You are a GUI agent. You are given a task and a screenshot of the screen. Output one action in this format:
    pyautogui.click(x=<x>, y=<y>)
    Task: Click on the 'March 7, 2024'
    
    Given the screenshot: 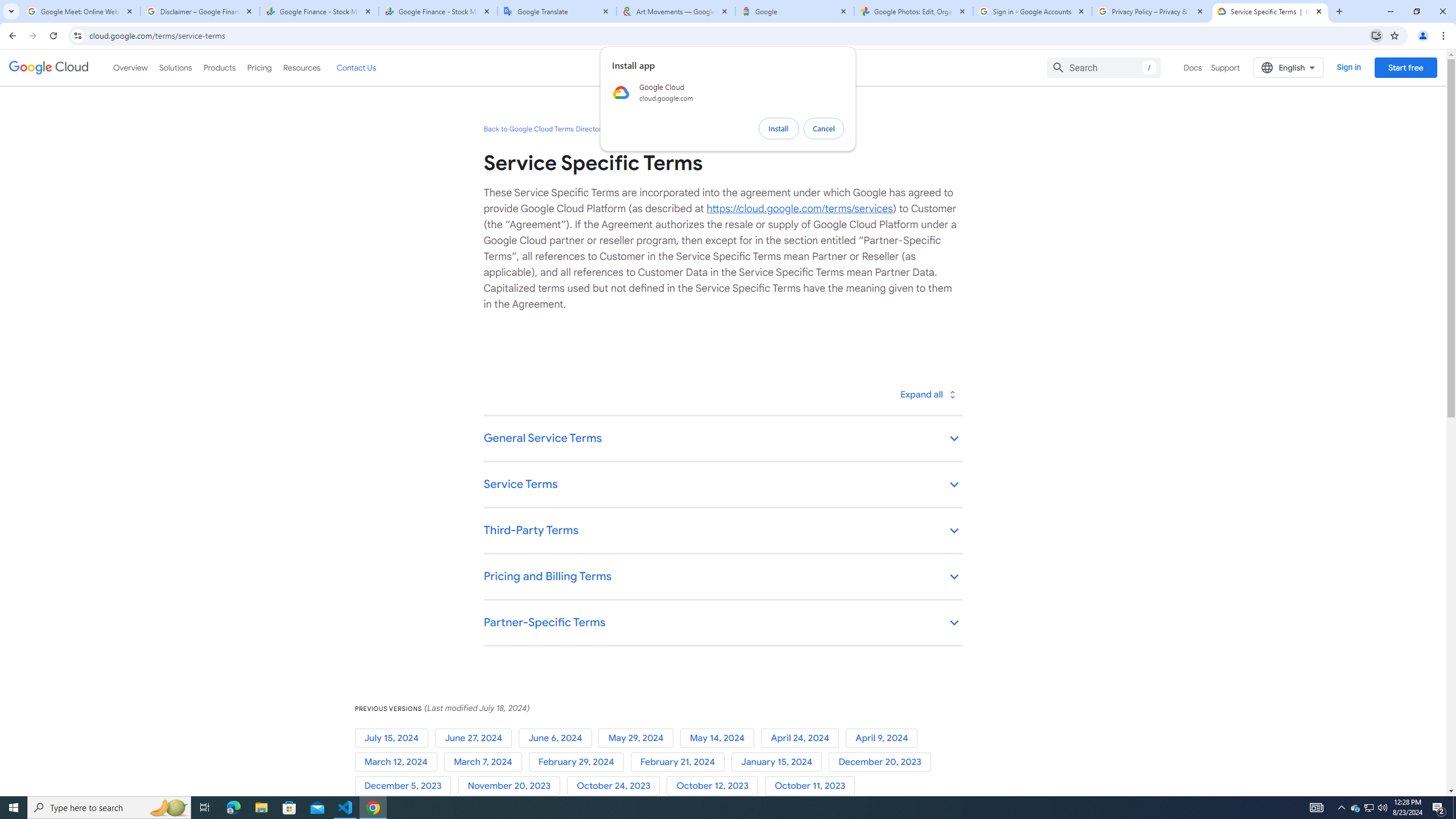 What is the action you would take?
    pyautogui.click(x=486, y=761)
    